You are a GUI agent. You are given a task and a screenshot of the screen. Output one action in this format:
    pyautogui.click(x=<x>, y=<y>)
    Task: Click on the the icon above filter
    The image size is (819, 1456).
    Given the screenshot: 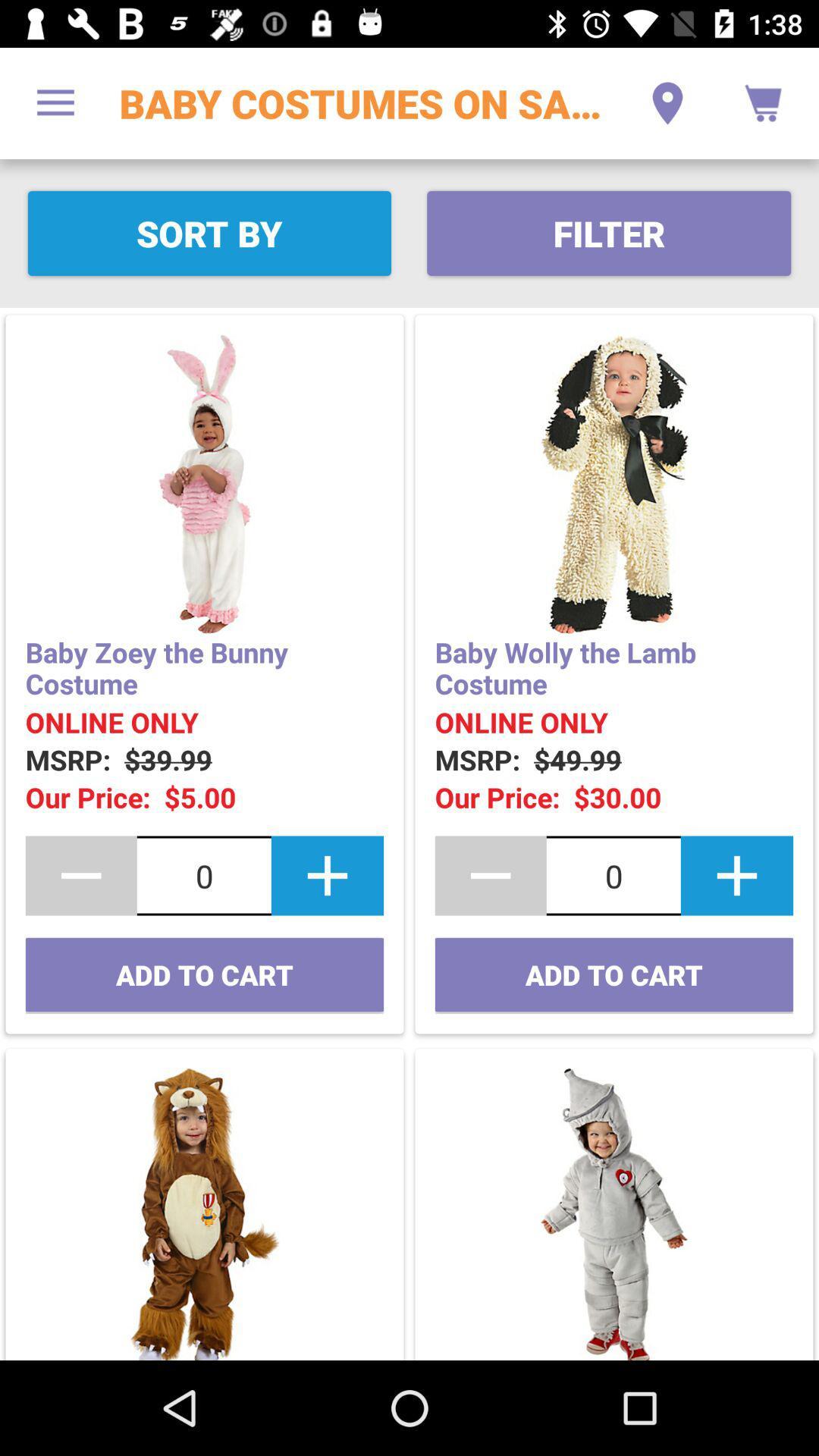 What is the action you would take?
    pyautogui.click(x=667, y=102)
    